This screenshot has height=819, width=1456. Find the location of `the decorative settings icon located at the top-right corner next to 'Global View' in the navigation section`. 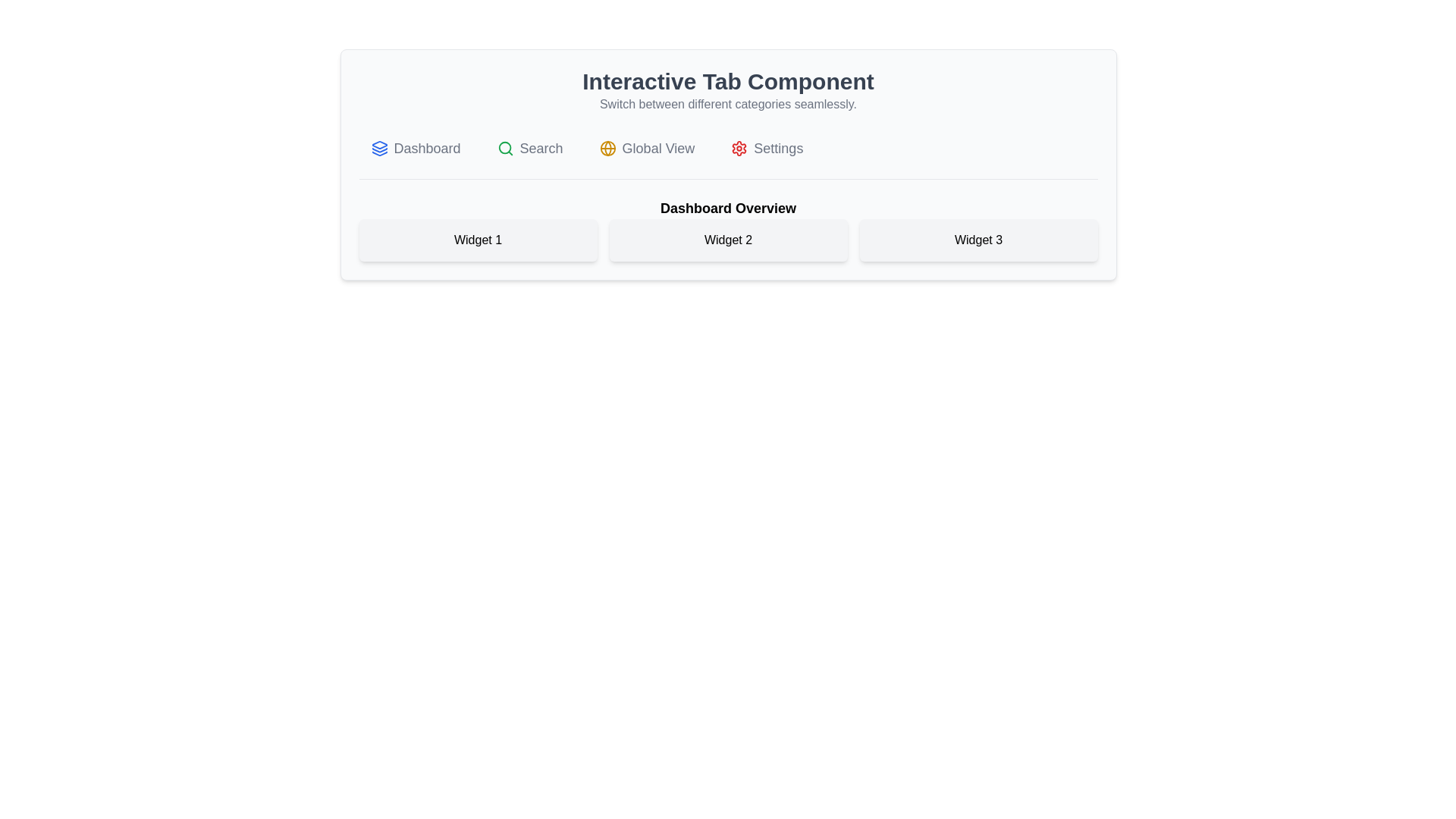

the decorative settings icon located at the top-right corner next to 'Global View' in the navigation section is located at coordinates (739, 149).